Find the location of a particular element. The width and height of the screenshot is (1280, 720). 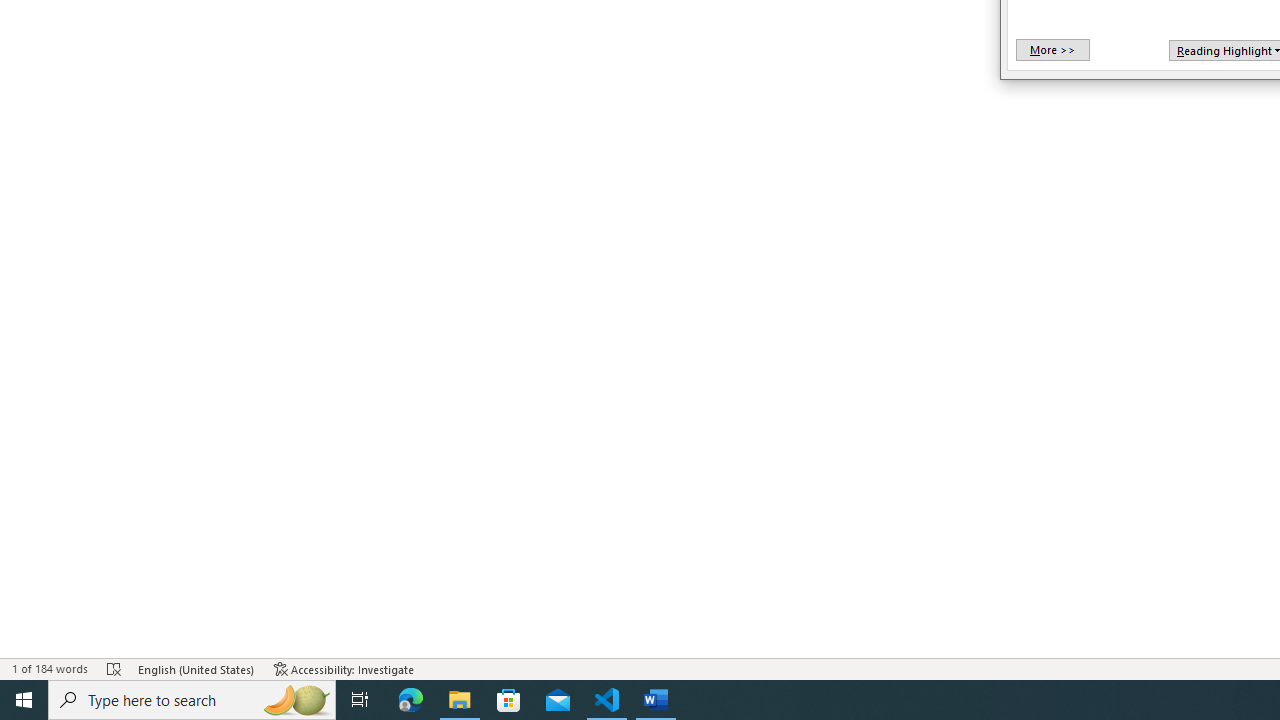

'File Explorer - 1 running window' is located at coordinates (459, 698).